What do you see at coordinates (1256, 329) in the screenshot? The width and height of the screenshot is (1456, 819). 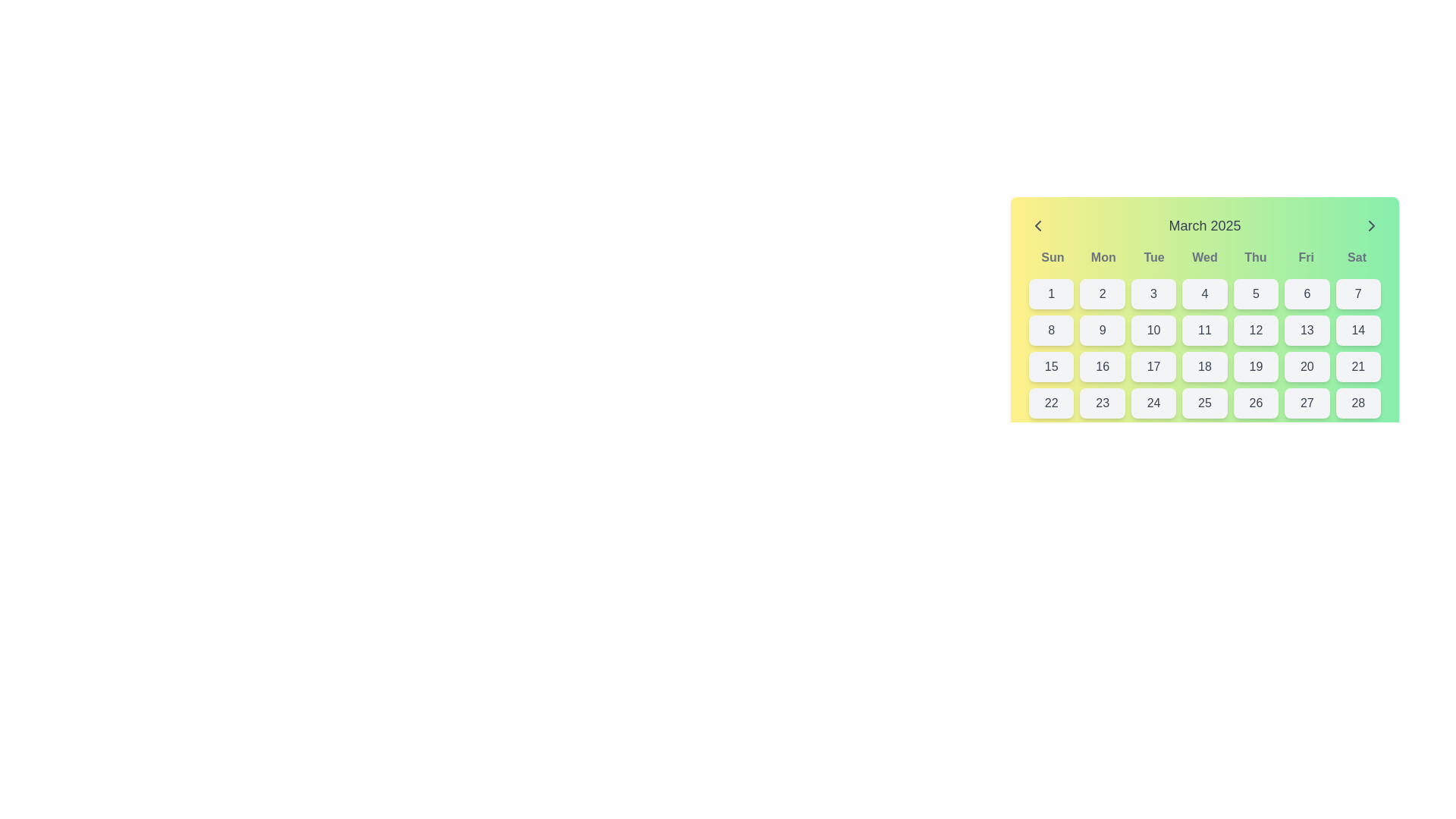 I see `the rectangular button labeled '12' with rounded corners and a light gray background located in the fifth row and fifth column of the calendar grid under the day label 'Thu'` at bounding box center [1256, 329].